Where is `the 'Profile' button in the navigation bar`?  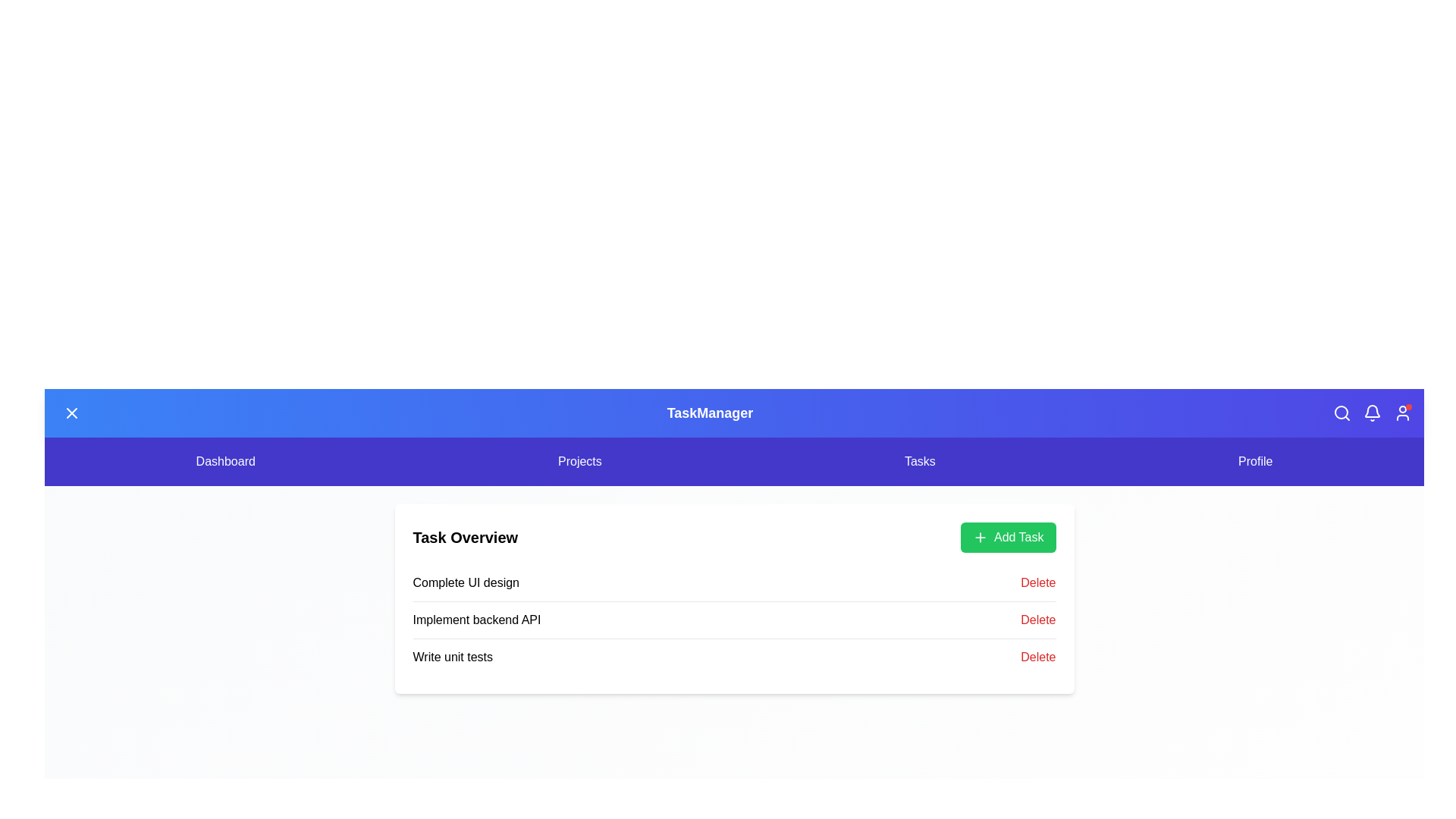 the 'Profile' button in the navigation bar is located at coordinates (1255, 461).